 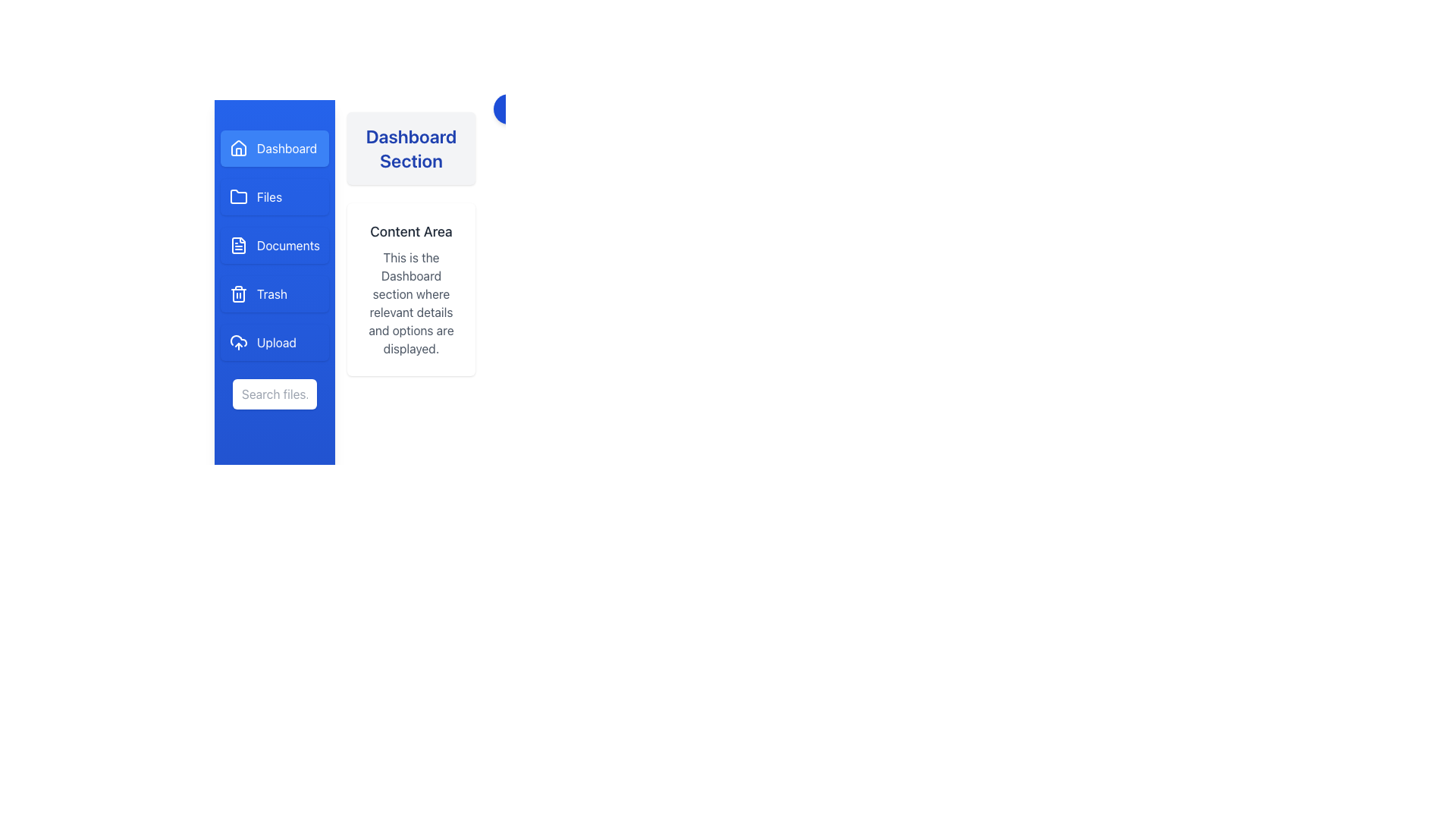 I want to click on the 'Trash' text label, which is displayed in white font on a blue background and is positioned in the vertical navigation pane between 'Documents' and 'Upload', so click(x=272, y=294).